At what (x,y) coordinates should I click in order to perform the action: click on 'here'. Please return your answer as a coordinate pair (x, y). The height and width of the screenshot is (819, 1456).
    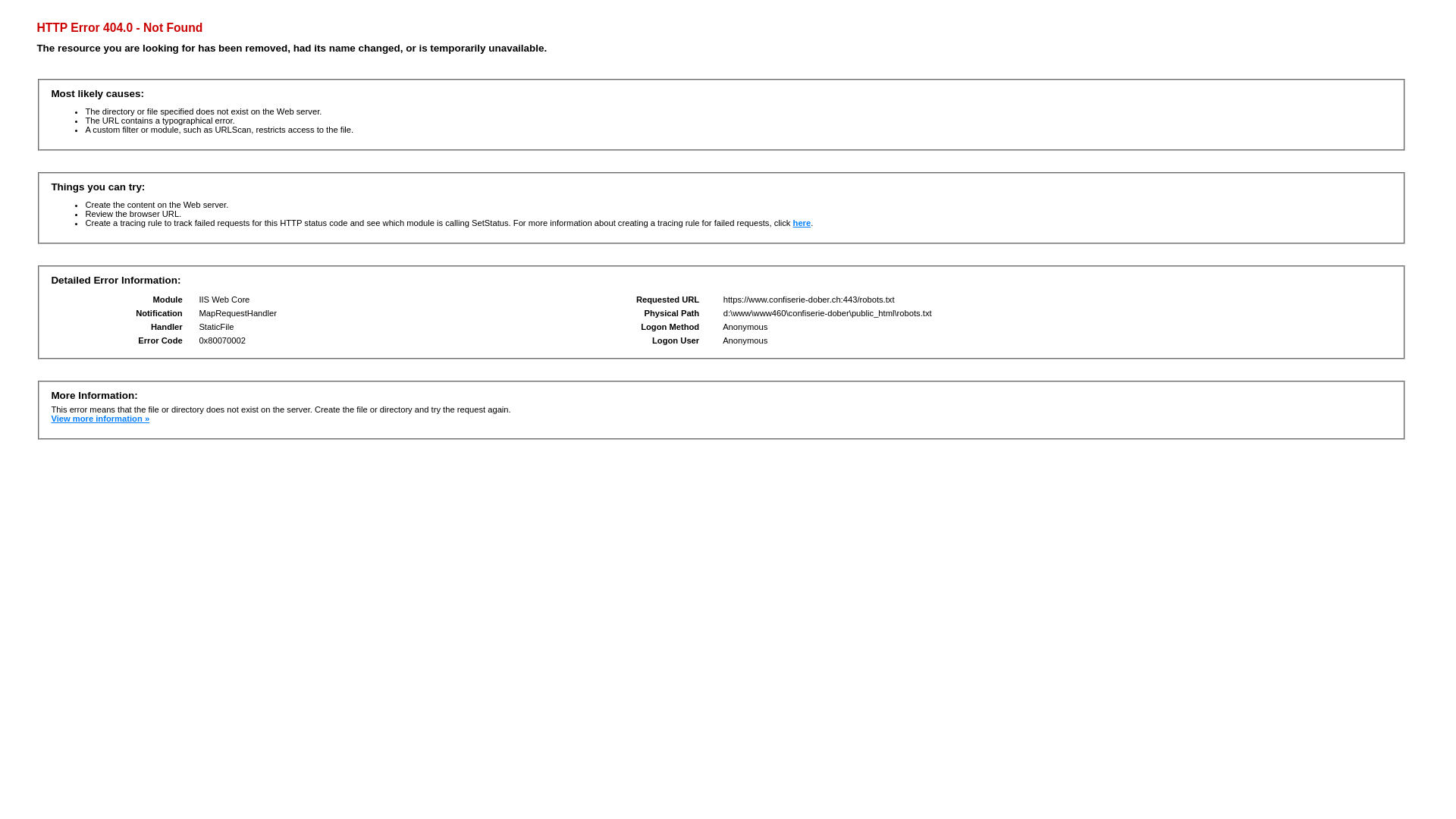
    Looking at the image, I should click on (801, 222).